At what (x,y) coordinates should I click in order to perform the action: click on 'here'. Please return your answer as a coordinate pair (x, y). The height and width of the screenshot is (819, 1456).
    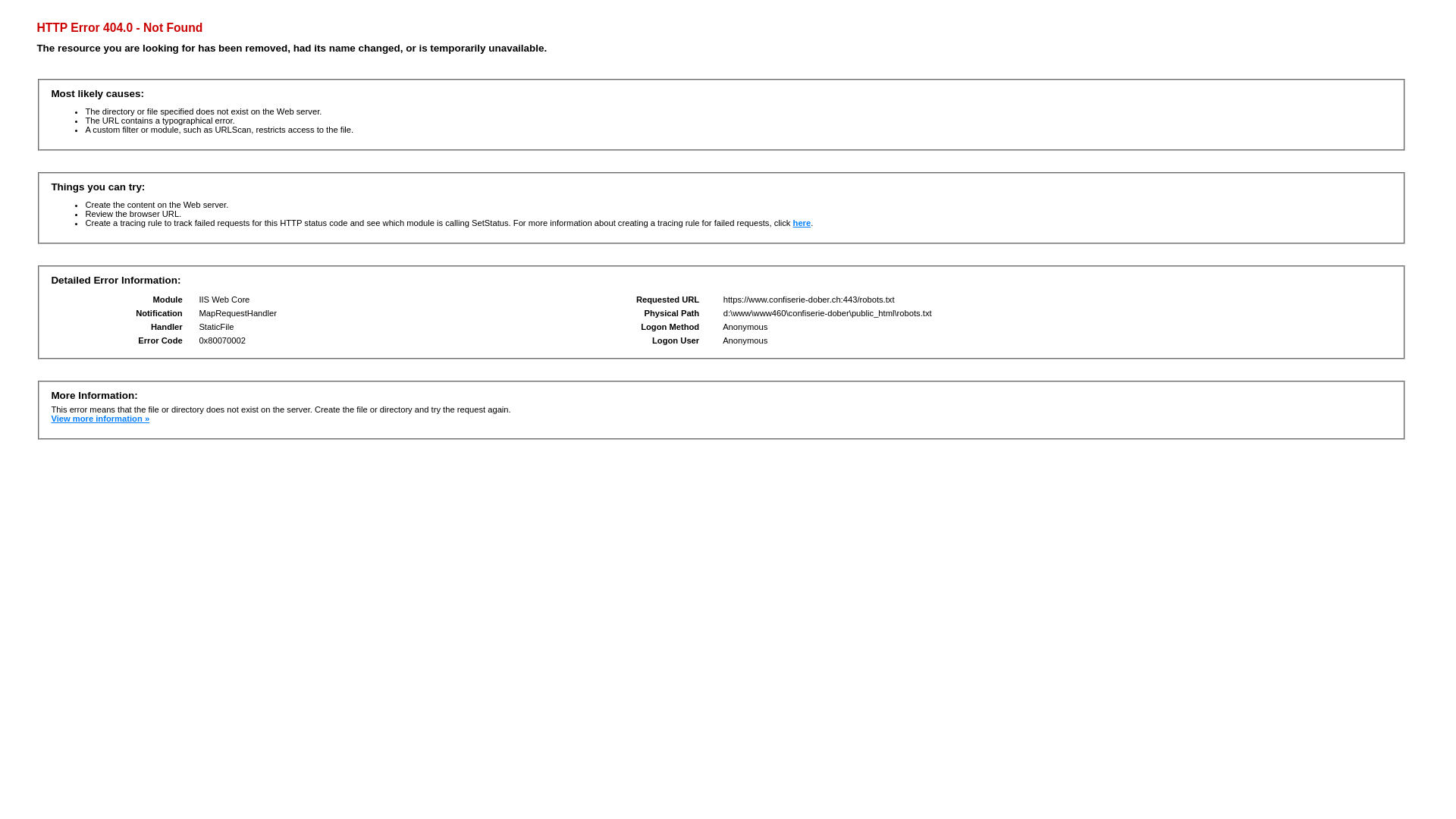
    Looking at the image, I should click on (801, 222).